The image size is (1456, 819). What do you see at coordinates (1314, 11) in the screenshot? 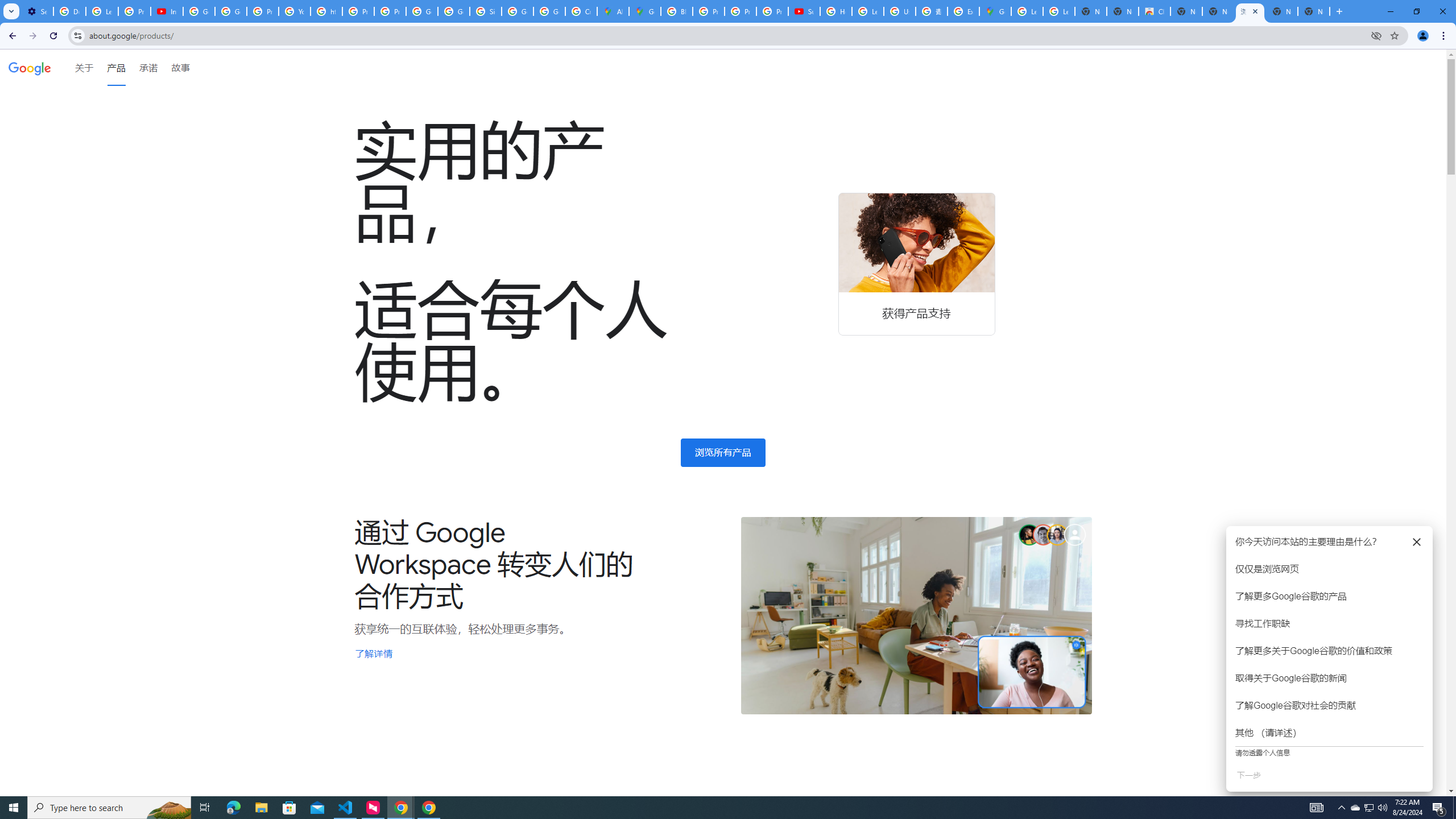
I see `'New Tab'` at bounding box center [1314, 11].